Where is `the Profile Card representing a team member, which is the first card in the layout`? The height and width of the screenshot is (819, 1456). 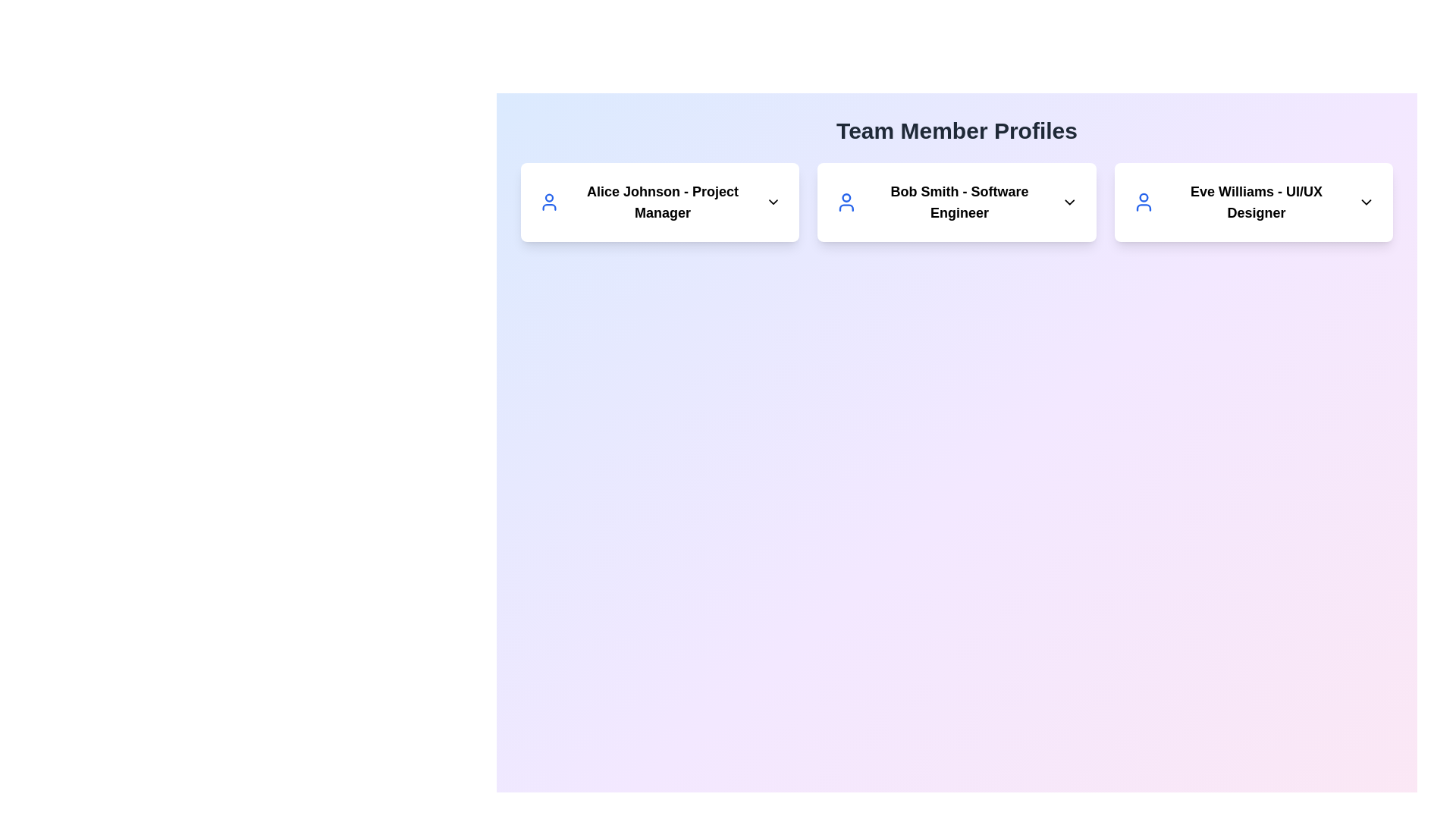 the Profile Card representing a team member, which is the first card in the layout is located at coordinates (660, 201).